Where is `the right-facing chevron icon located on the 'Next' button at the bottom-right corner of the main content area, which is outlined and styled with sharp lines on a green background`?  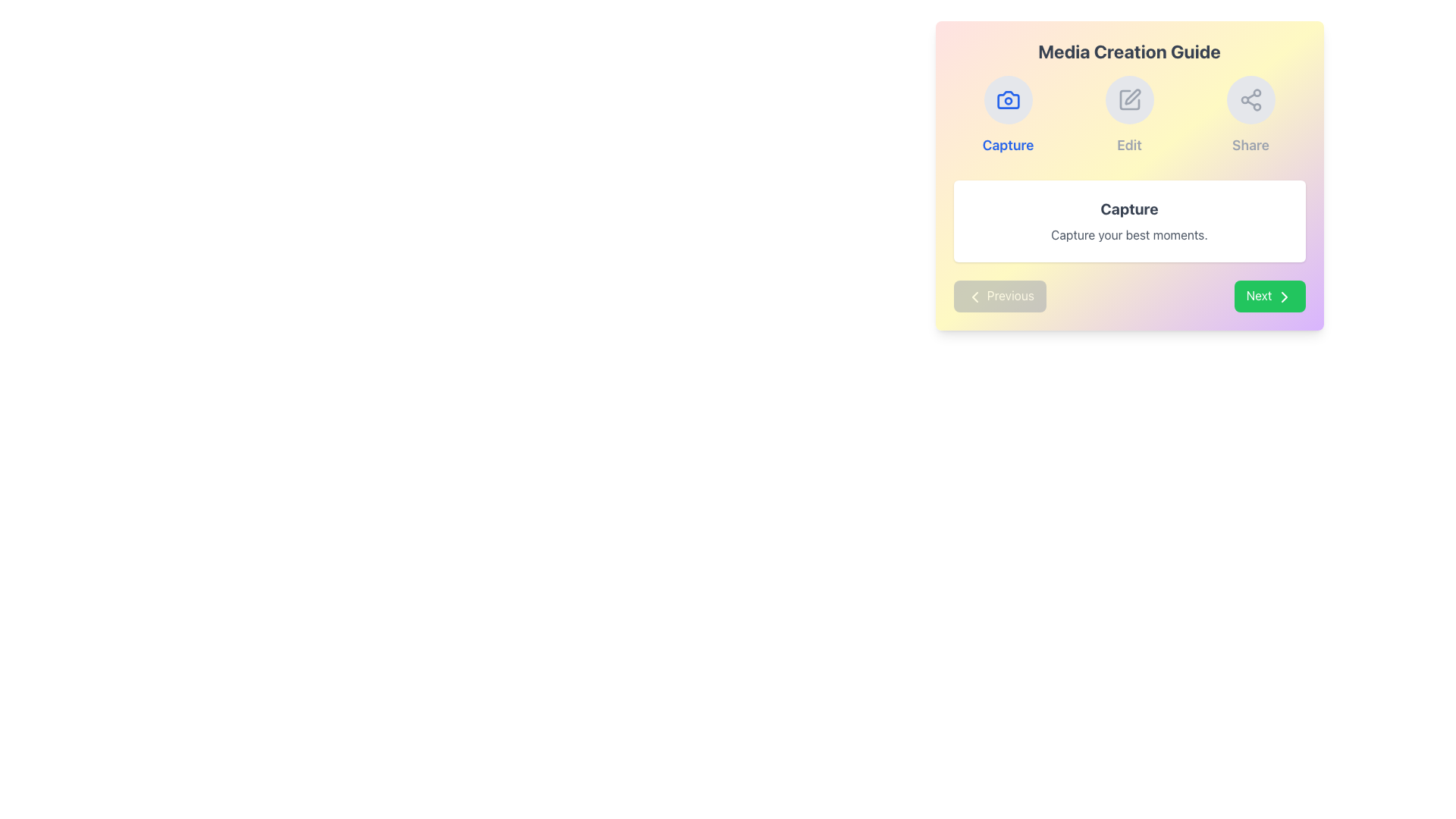 the right-facing chevron icon located on the 'Next' button at the bottom-right corner of the main content area, which is outlined and styled with sharp lines on a green background is located at coordinates (1283, 297).